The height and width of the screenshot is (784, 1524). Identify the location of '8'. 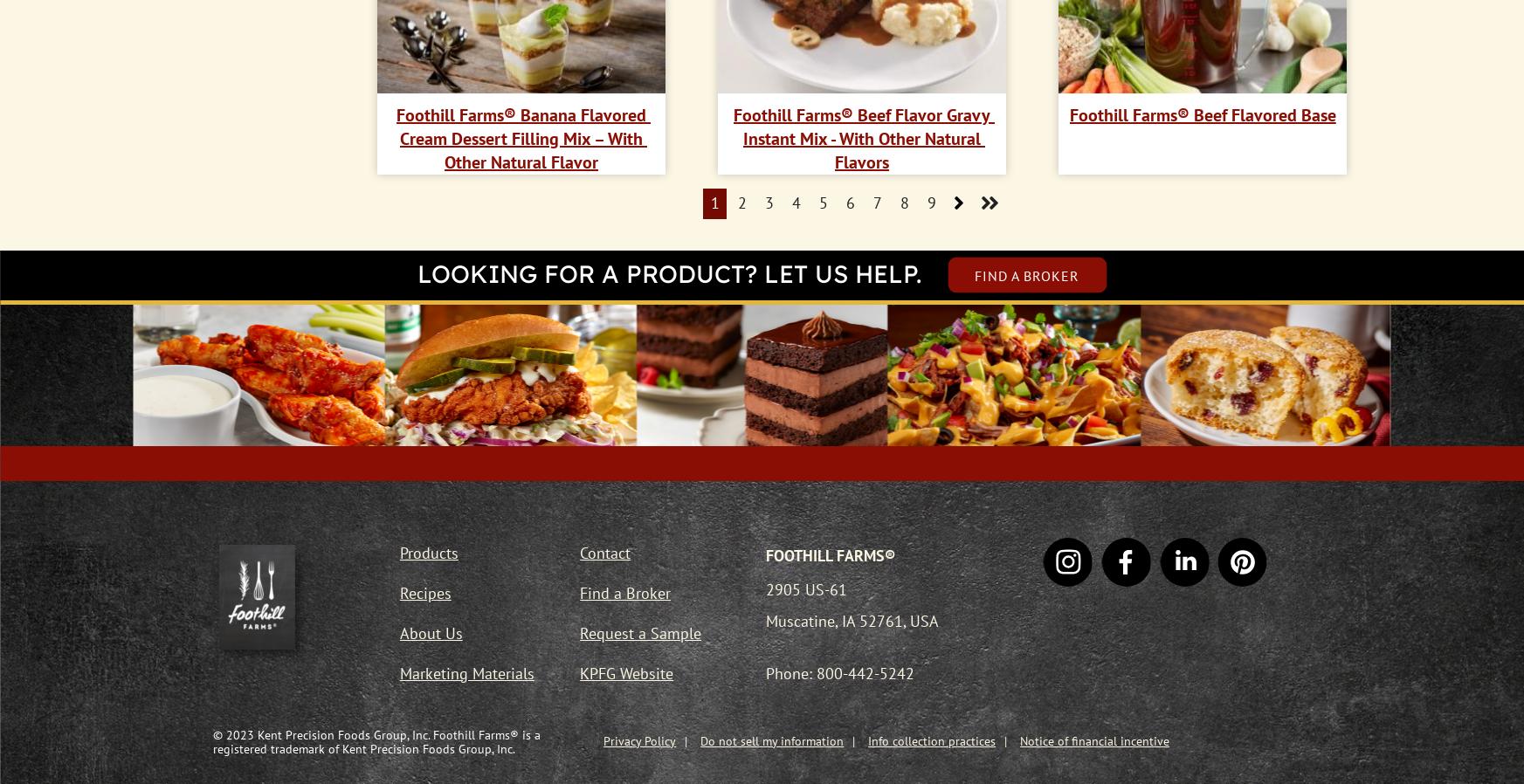
(902, 203).